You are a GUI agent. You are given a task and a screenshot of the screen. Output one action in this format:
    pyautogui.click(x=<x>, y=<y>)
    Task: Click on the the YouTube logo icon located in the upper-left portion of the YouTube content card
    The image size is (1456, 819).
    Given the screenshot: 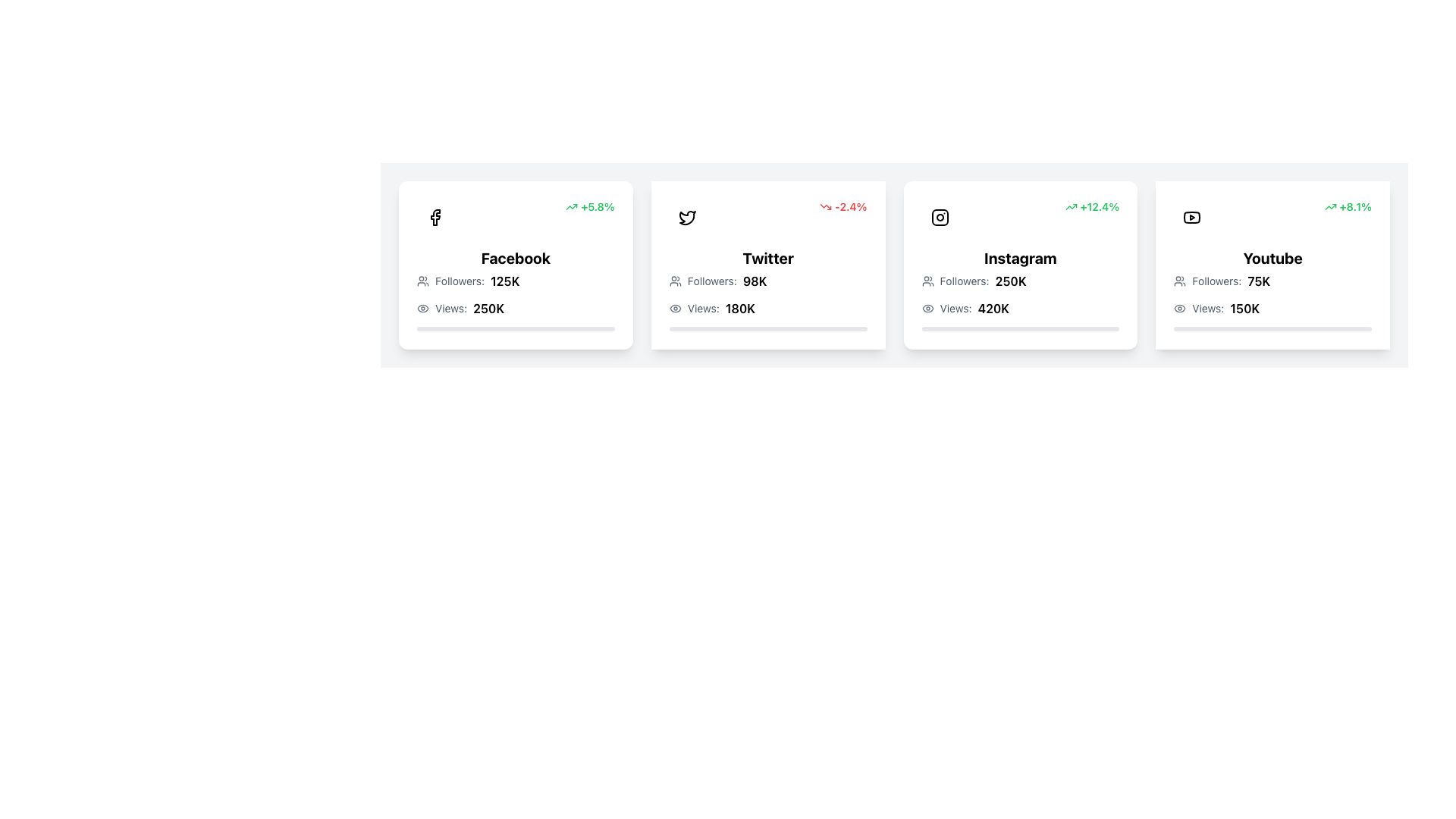 What is the action you would take?
    pyautogui.click(x=1191, y=217)
    